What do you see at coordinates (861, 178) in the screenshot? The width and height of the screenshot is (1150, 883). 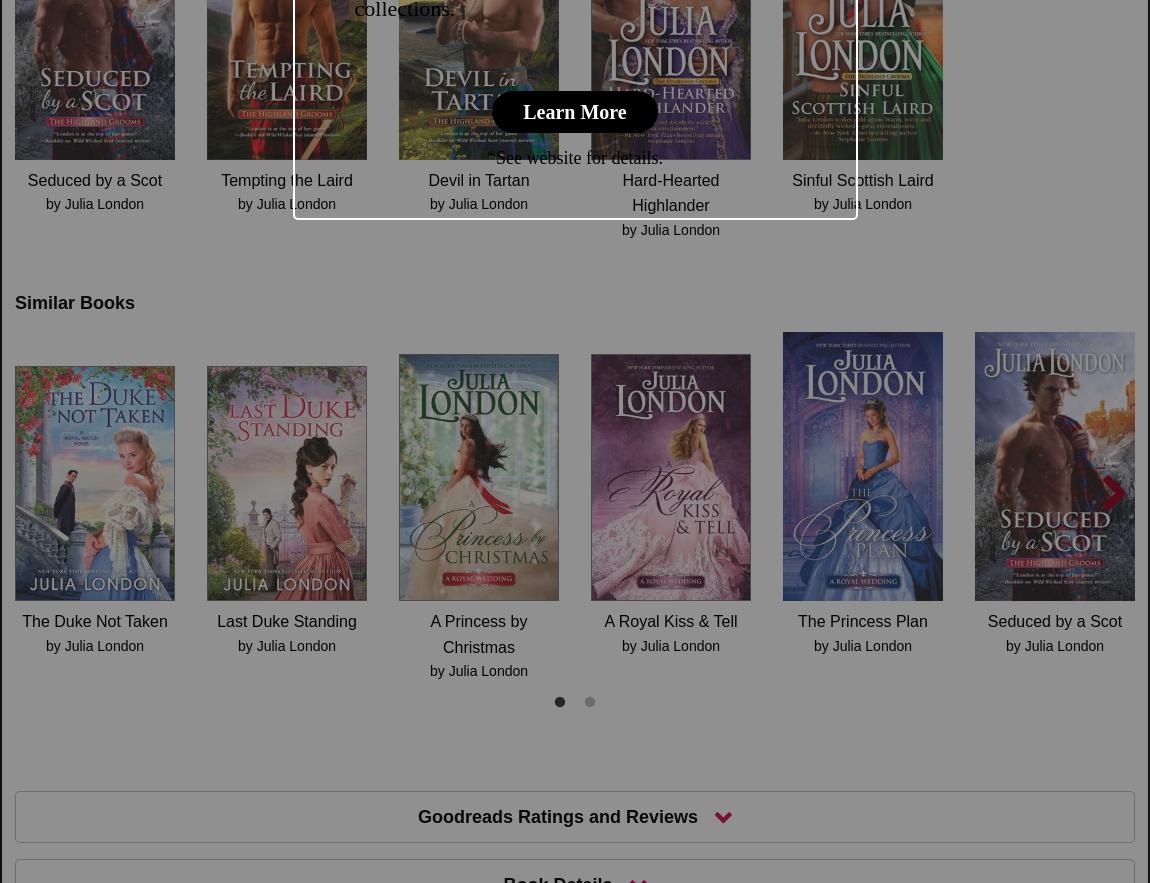 I see `'Sinful Scottish Laird'` at bounding box center [861, 178].